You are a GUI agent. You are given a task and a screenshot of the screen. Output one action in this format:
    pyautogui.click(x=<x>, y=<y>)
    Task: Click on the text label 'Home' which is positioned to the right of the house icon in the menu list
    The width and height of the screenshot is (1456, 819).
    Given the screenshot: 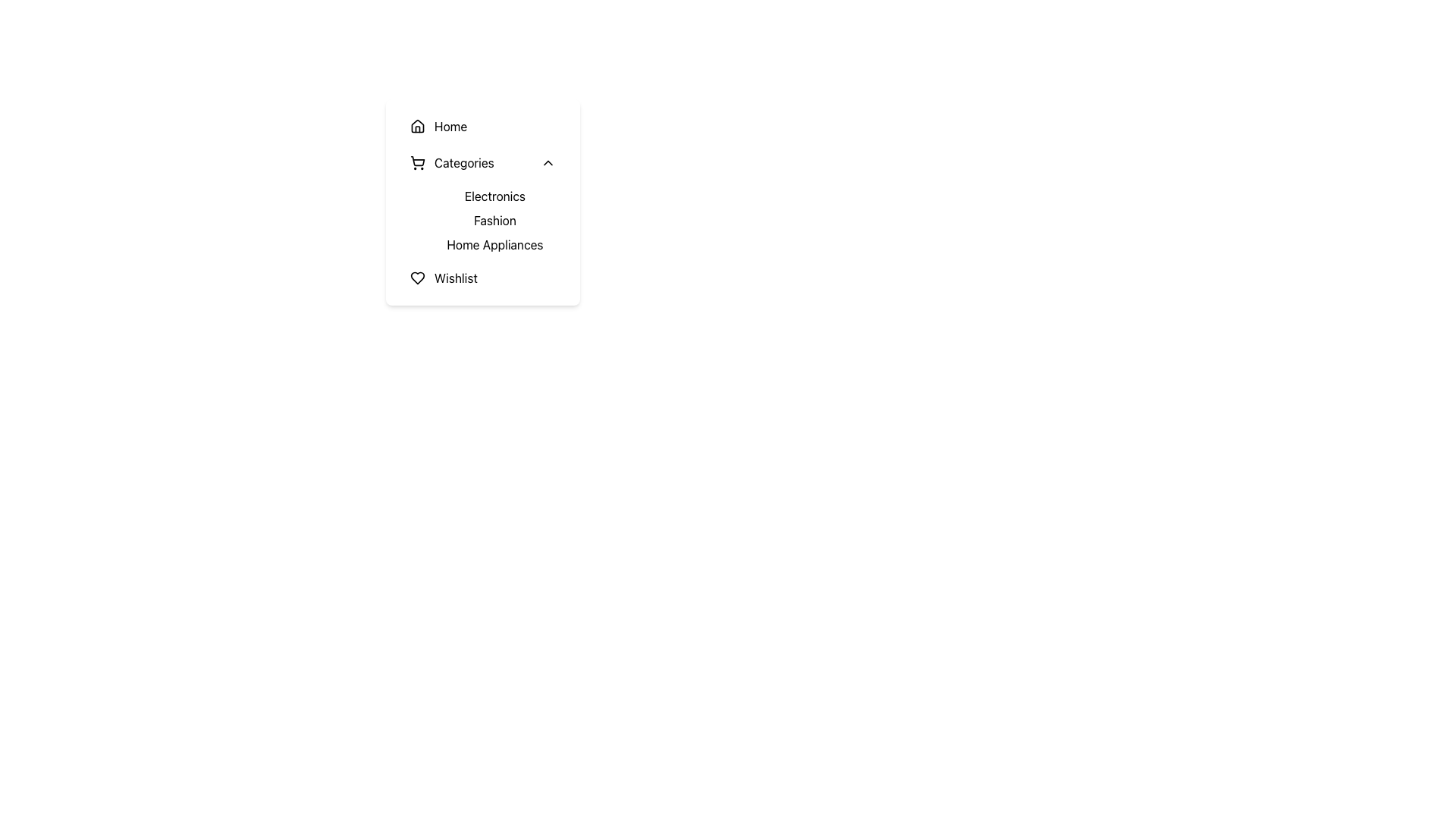 What is the action you would take?
    pyautogui.click(x=450, y=125)
    